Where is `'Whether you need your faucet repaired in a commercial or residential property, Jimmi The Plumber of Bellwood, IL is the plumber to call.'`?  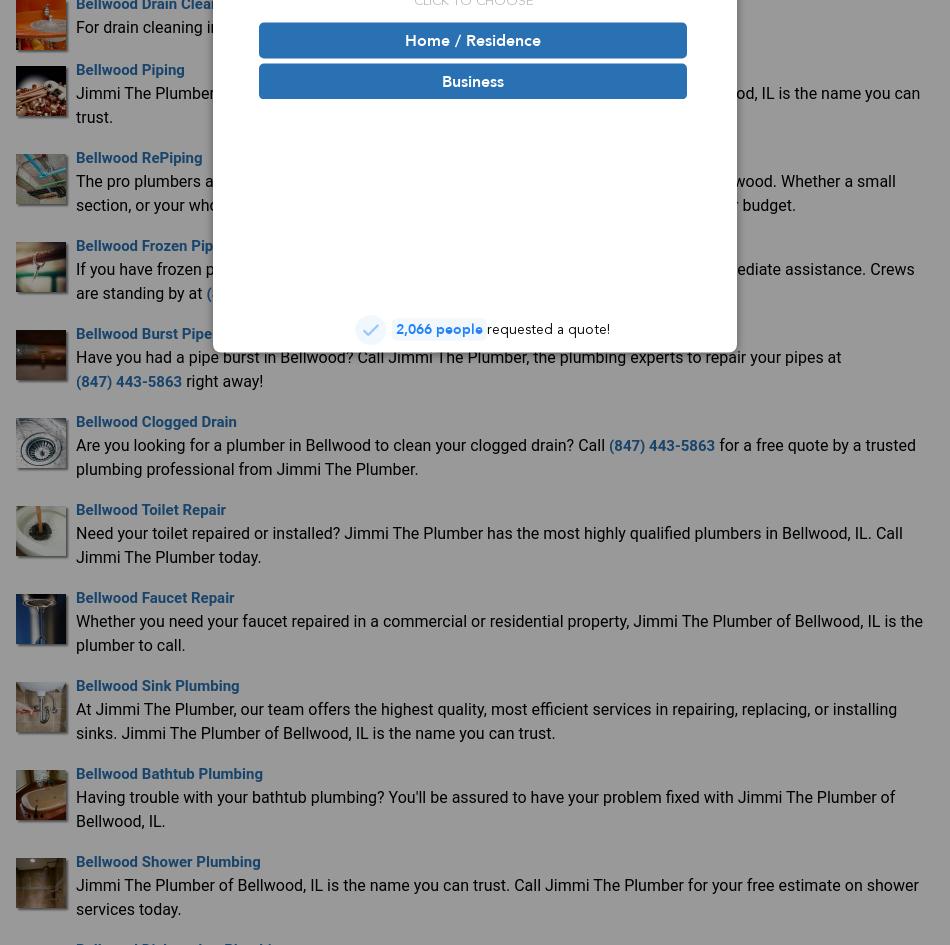 'Whether you need your faucet repaired in a commercial or residential property, Jimmi The Plumber of Bellwood, IL is the plumber to call.' is located at coordinates (499, 631).